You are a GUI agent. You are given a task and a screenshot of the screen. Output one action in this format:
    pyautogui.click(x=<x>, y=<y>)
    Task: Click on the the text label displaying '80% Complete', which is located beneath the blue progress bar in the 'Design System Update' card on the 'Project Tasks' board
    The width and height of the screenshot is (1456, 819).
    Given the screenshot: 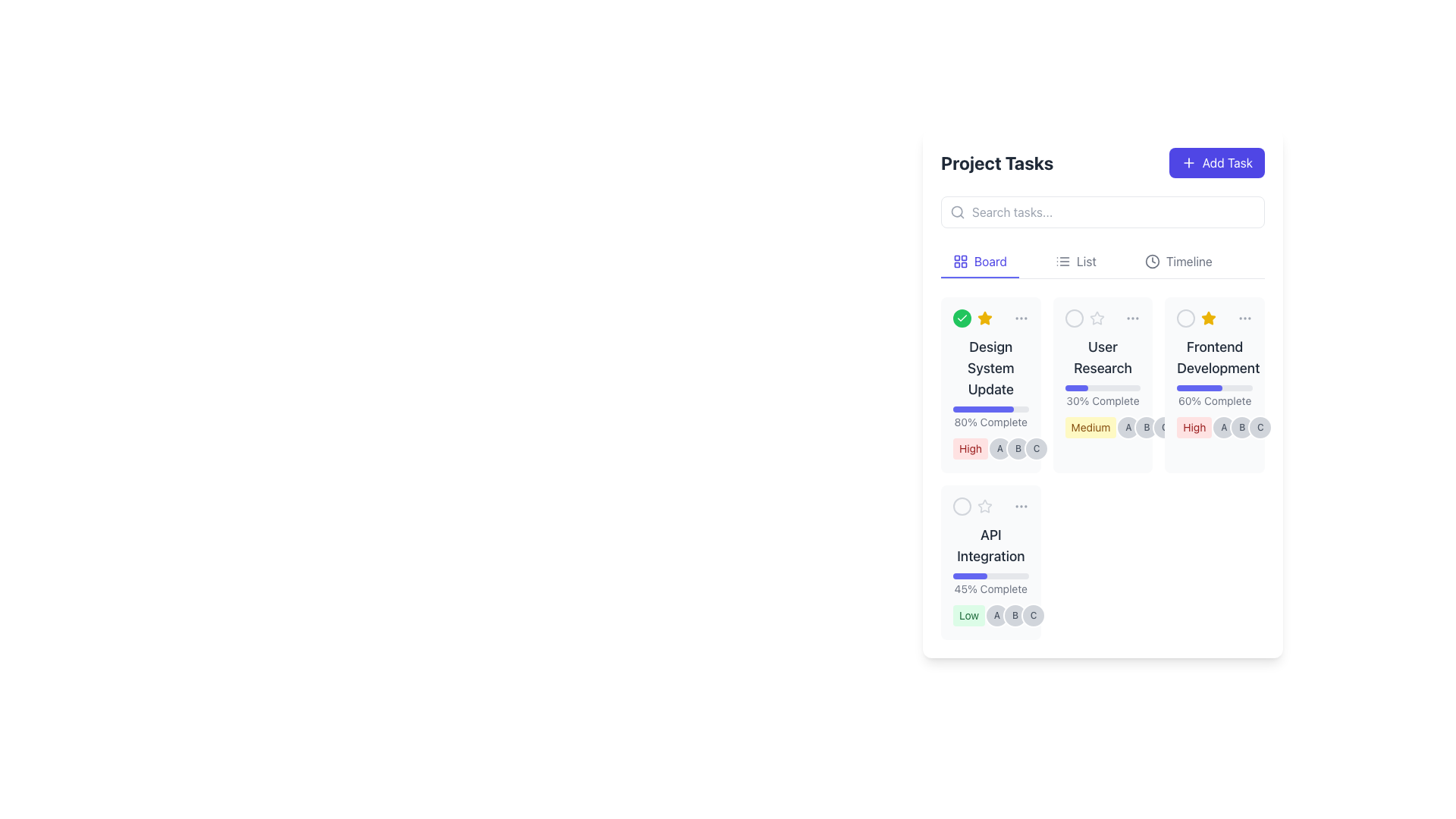 What is the action you would take?
    pyautogui.click(x=990, y=422)
    